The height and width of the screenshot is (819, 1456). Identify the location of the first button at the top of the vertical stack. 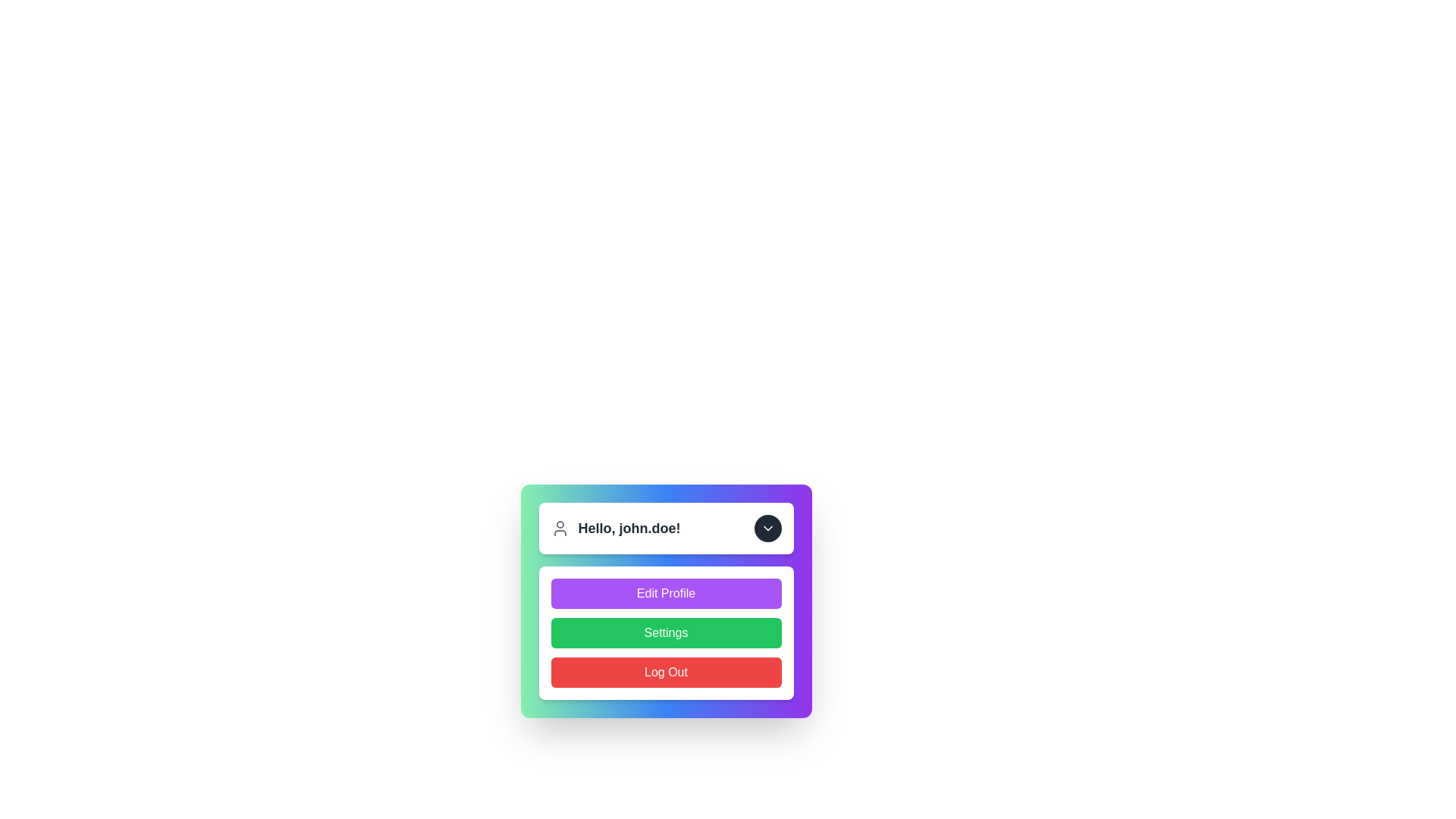
(666, 593).